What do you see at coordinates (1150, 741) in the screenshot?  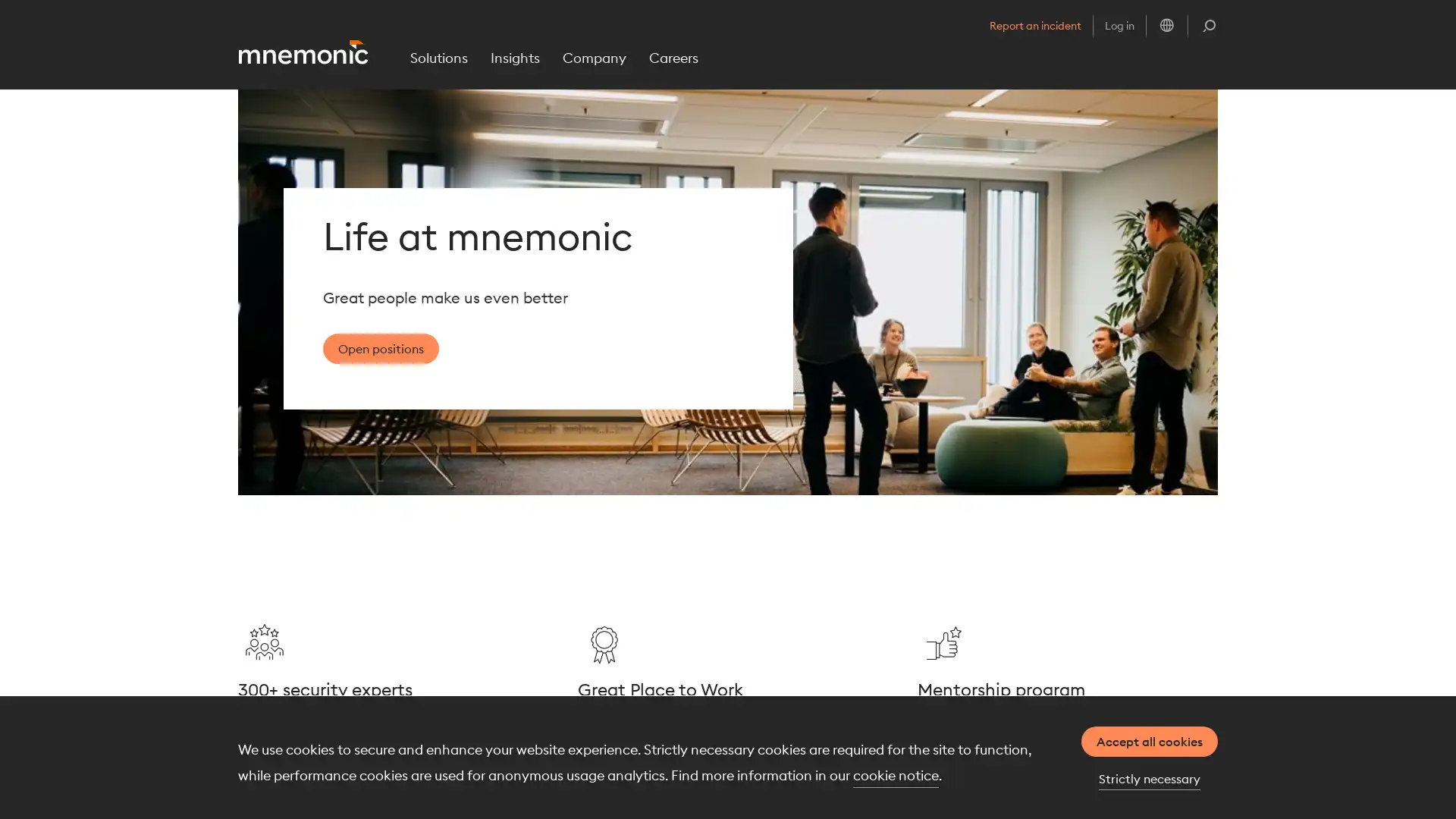 I see `Accept all cookies` at bounding box center [1150, 741].